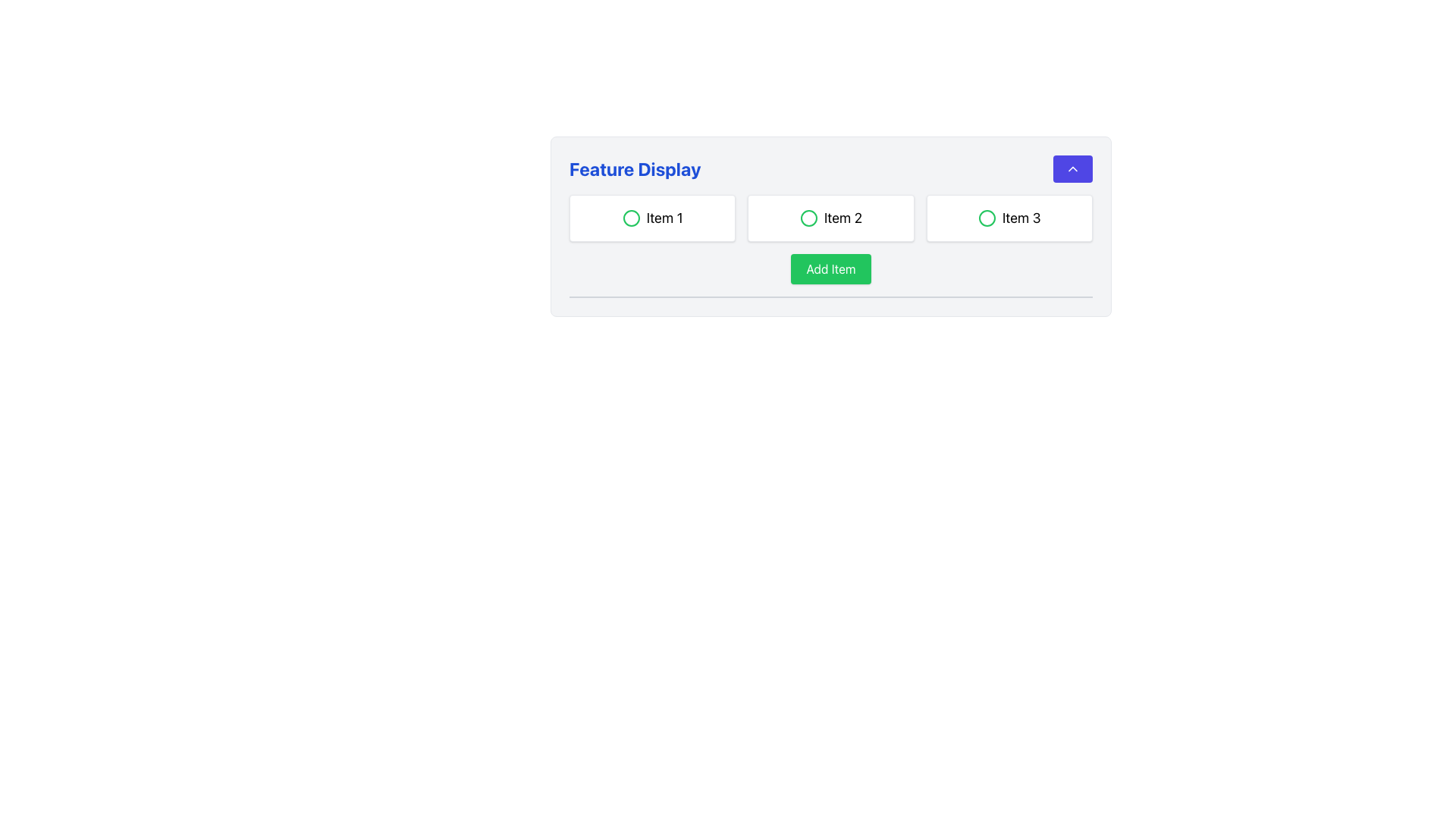  Describe the element at coordinates (1009, 218) in the screenshot. I see `the third selectable card in the 'Feature Display' section, which has a white background, rounded corners, and contains the text 'Item 3' with a green circled icon` at that location.